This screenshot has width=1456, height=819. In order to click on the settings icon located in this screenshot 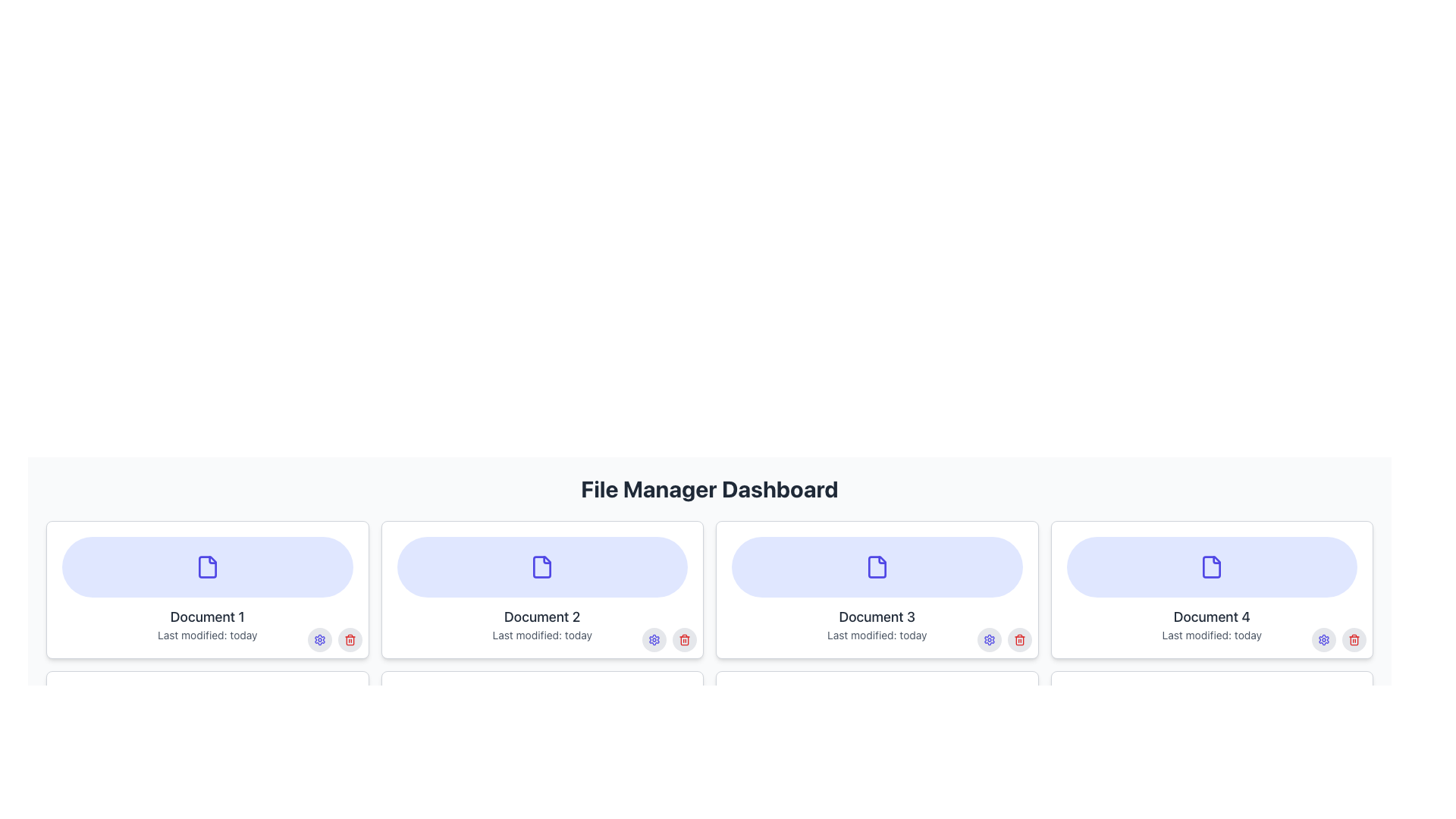, I will do `click(1323, 640)`.